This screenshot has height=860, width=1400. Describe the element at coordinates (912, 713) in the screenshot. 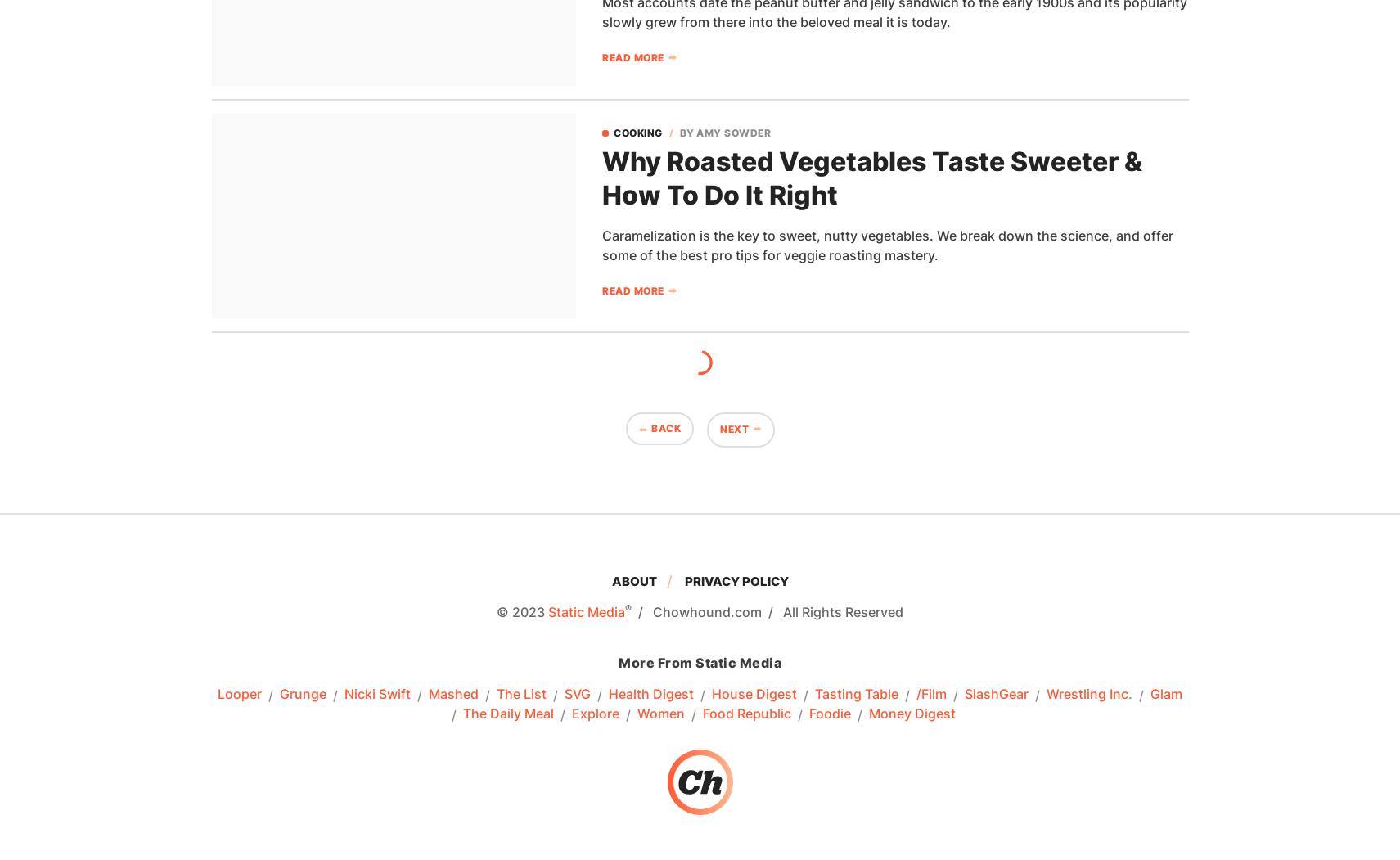

I see `'Money Digest'` at that location.